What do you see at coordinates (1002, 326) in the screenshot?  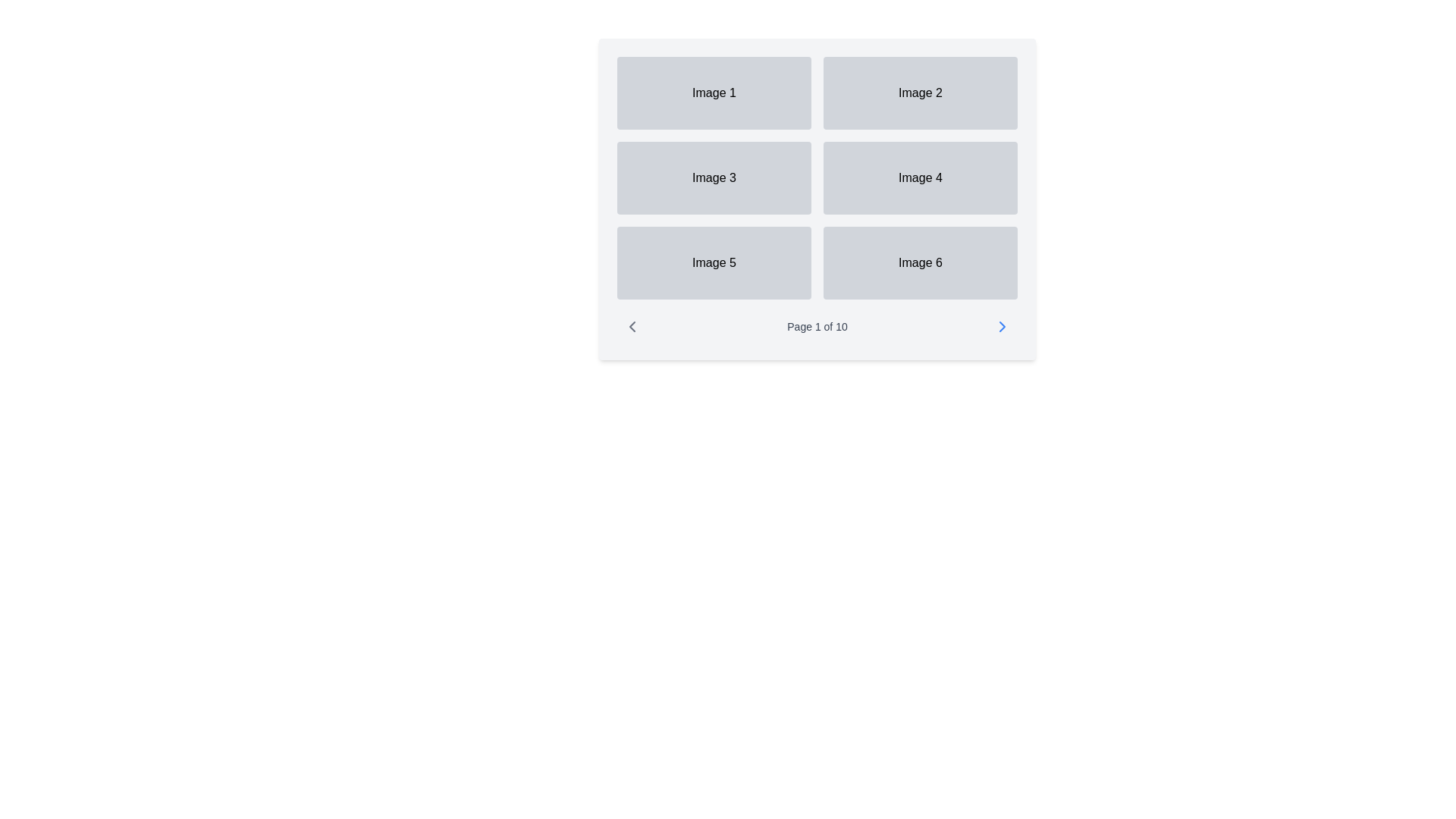 I see `the SVG chevron icon positioned to the right of the 'Page 1 of 10' text` at bounding box center [1002, 326].